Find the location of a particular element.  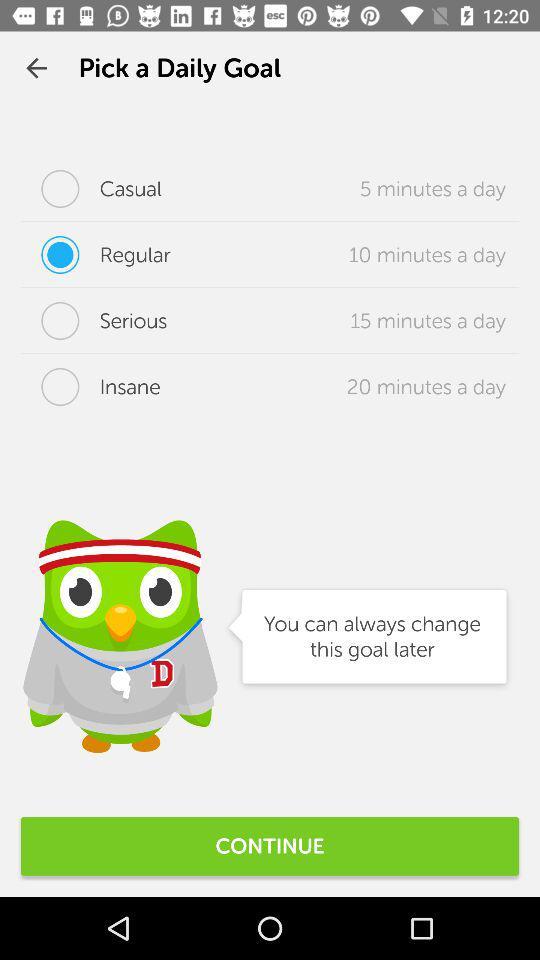

the serious is located at coordinates (93, 321).